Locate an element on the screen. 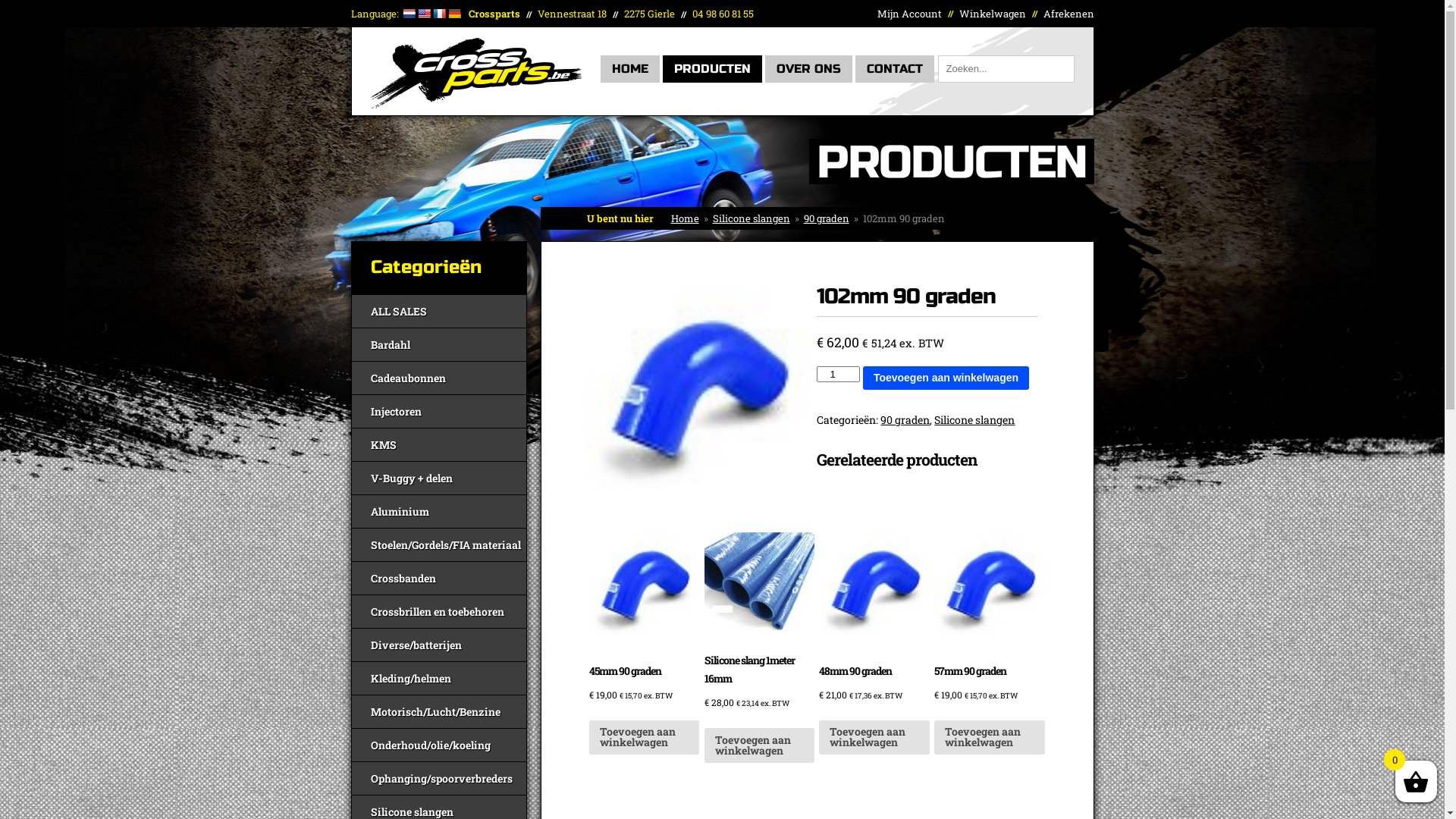  'Crossbanden' is located at coordinates (438, 578).